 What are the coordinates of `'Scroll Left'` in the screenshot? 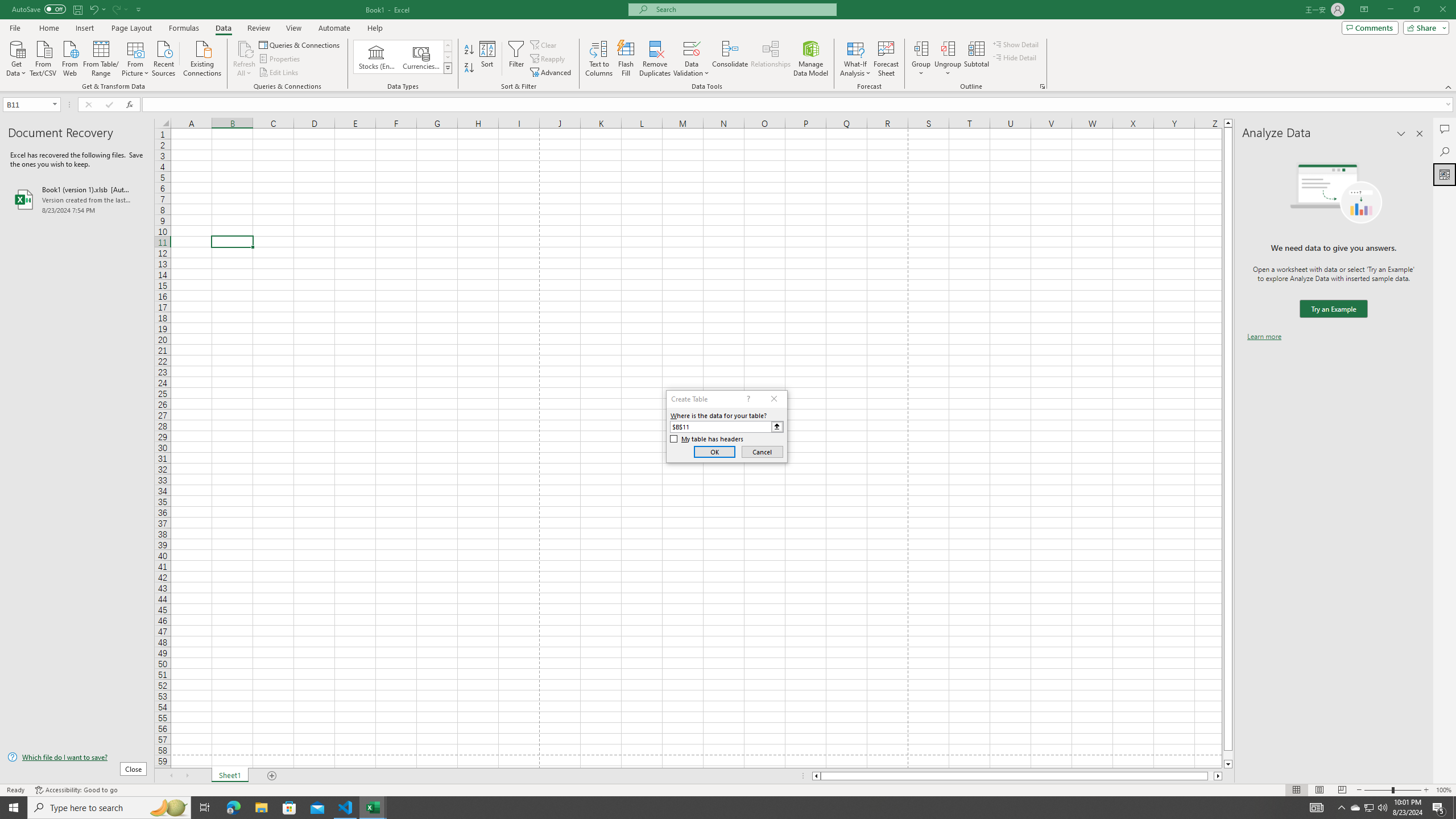 It's located at (170, 775).